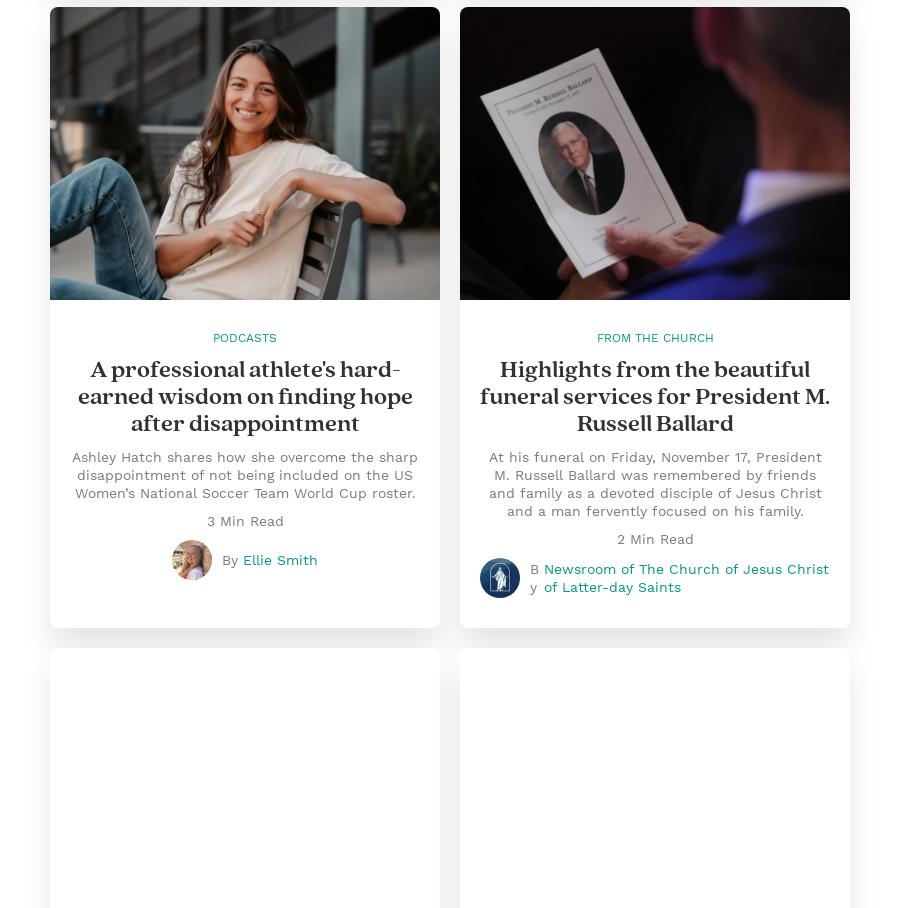 Image resolution: width=900 pixels, height=908 pixels. I want to click on 'Highlights from the beautiful funeral services for President M. Russell Ballard', so click(655, 395).